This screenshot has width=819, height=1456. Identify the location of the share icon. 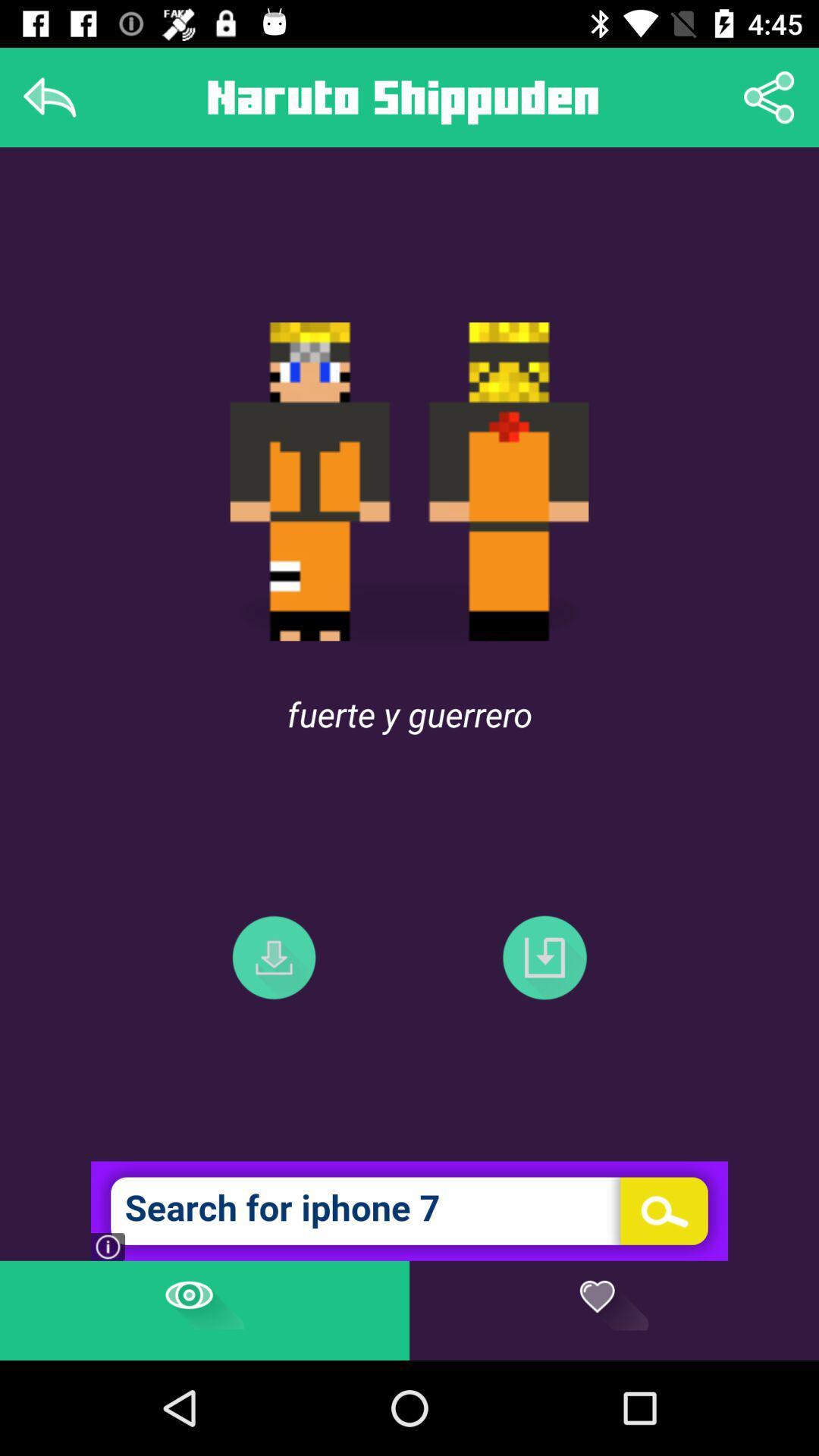
(769, 96).